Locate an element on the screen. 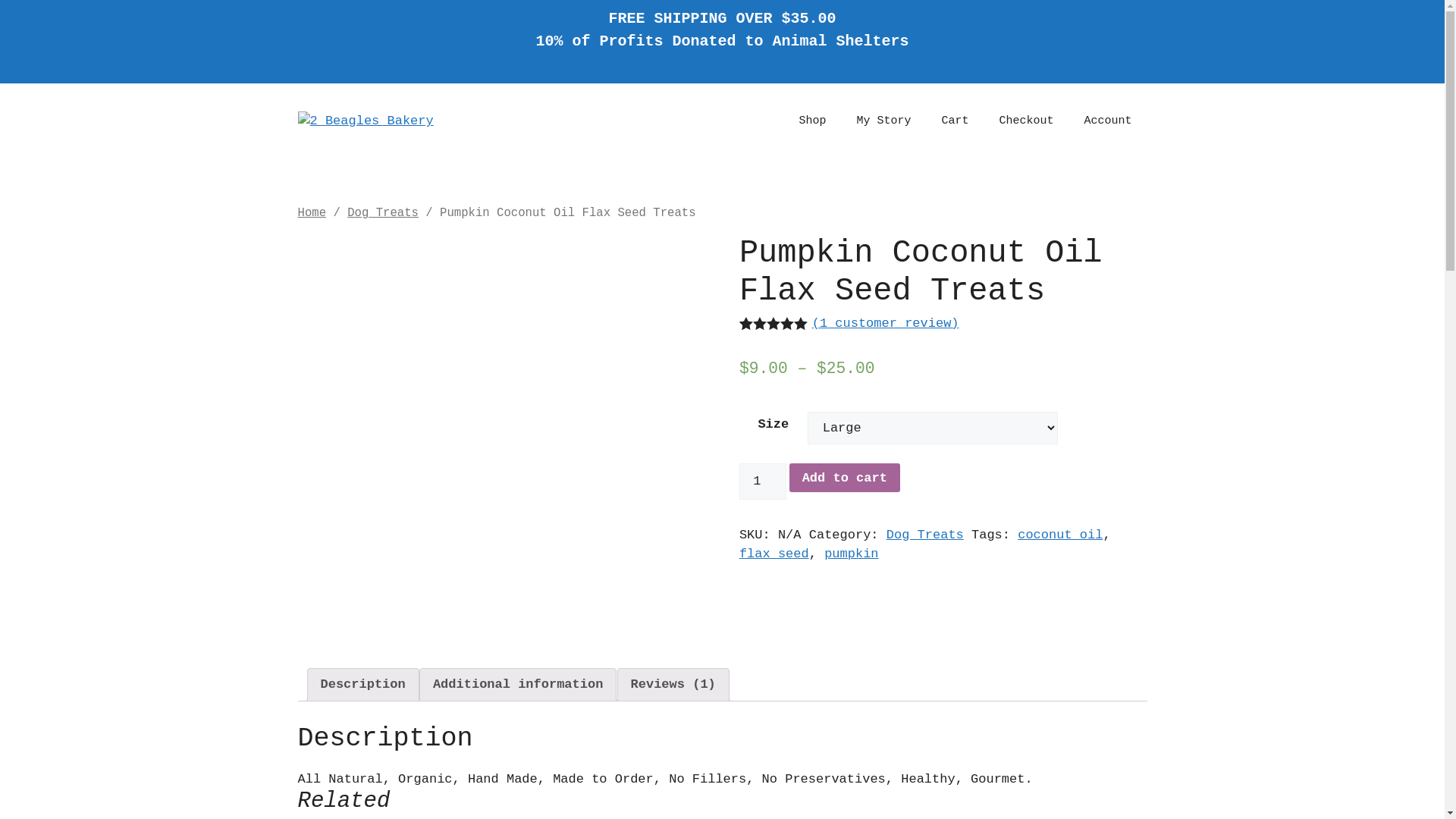 The height and width of the screenshot is (819, 1456). 'Home' is located at coordinates (311, 213).